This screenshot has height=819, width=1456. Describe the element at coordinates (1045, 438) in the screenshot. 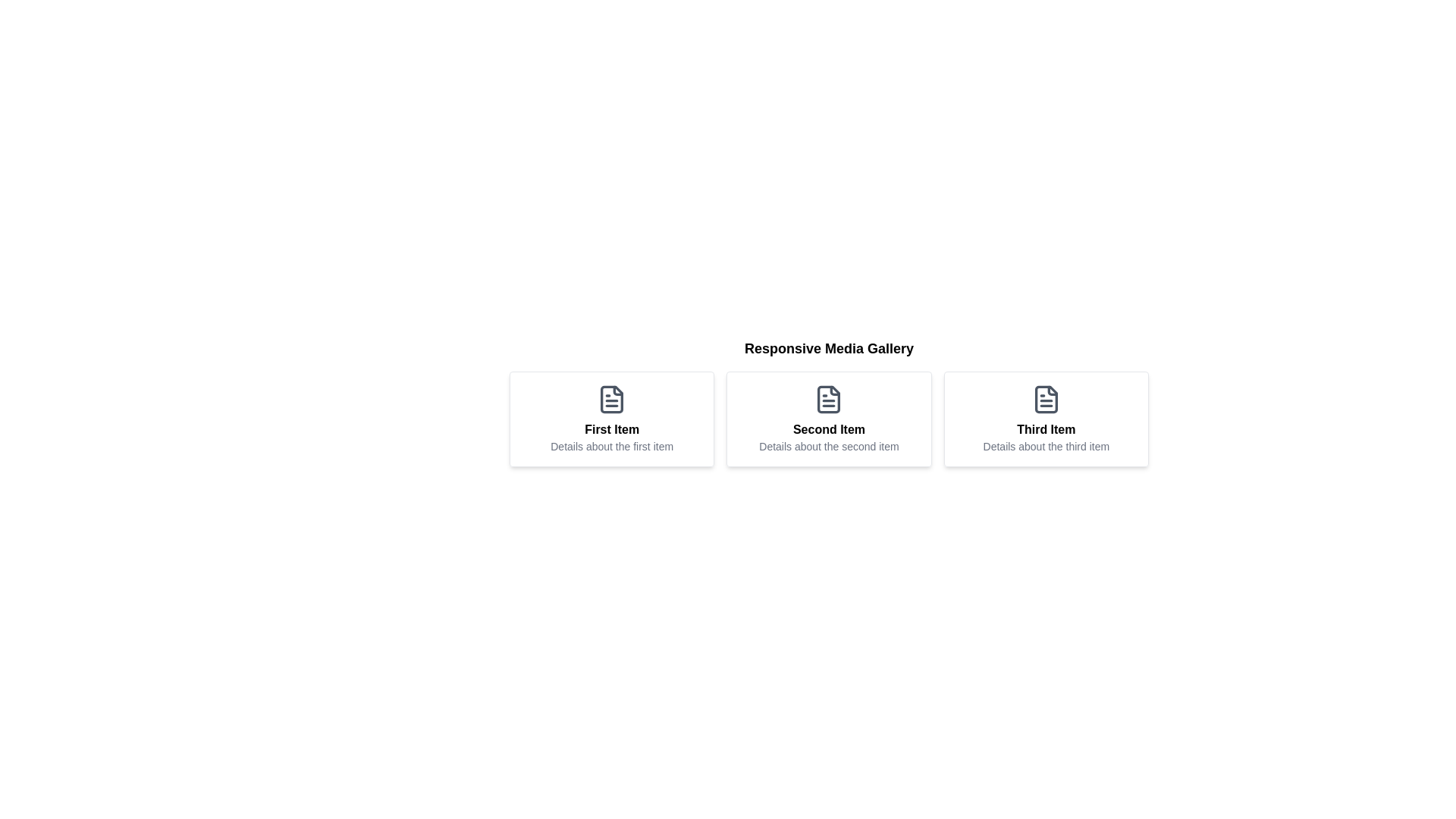

I see `the Text Block element that contains the bold text 'Third Item' and additional details about it, located under the 'Responsive Media Gallery' heading` at that location.